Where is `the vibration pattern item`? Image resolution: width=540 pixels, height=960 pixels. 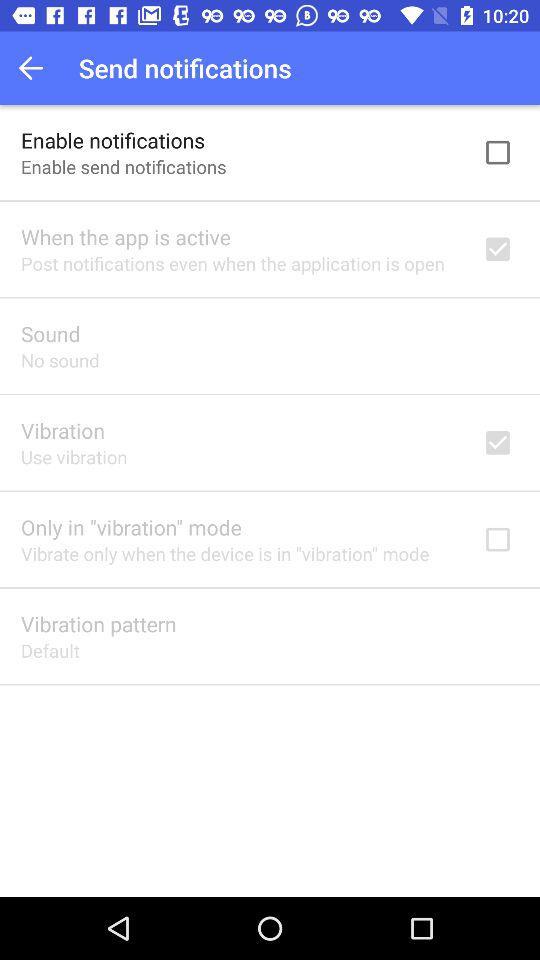
the vibration pattern item is located at coordinates (97, 623).